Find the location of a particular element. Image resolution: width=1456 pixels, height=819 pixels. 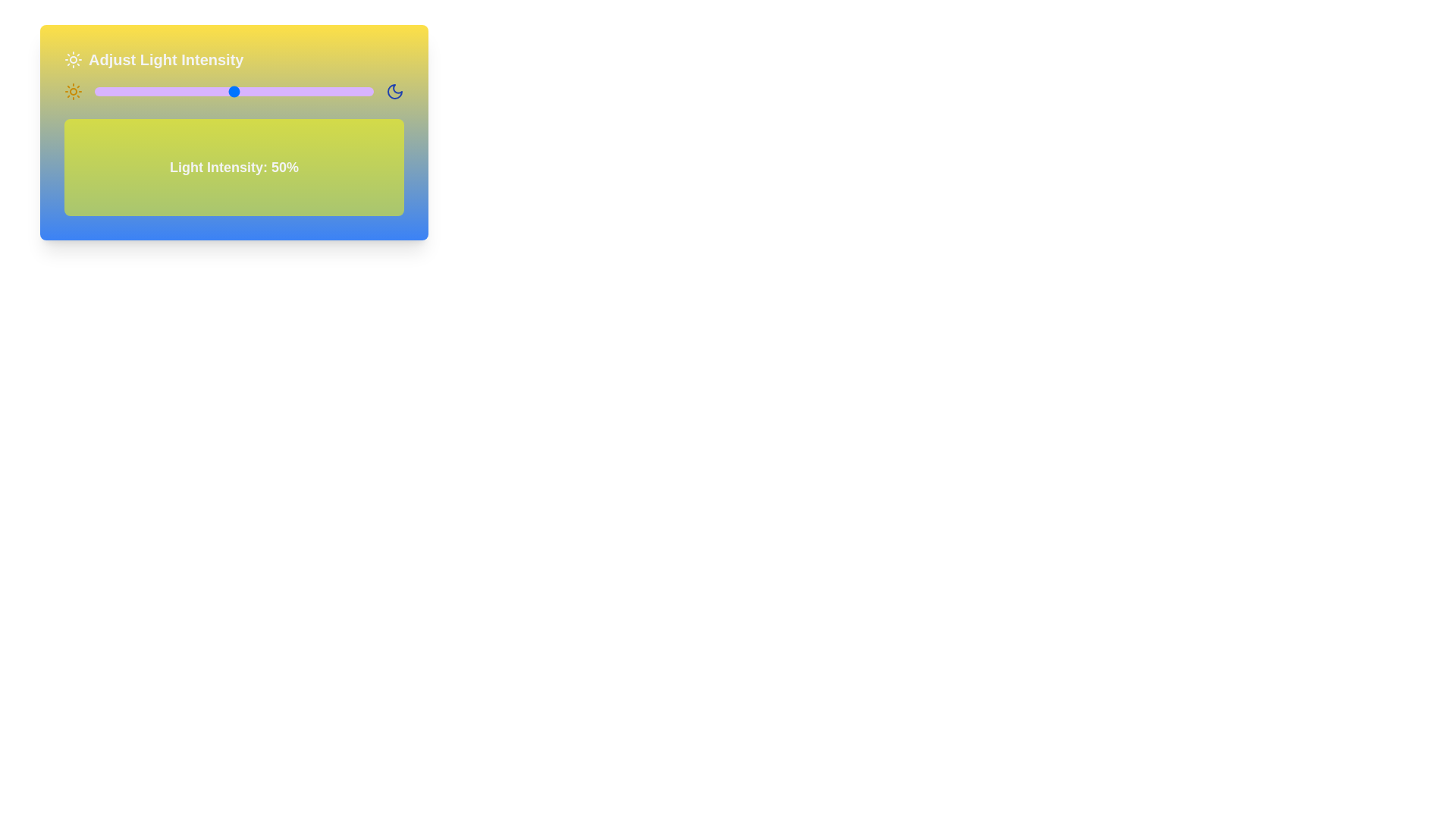

the light intensity to 52% by interacting with the slider is located at coordinates (239, 91).